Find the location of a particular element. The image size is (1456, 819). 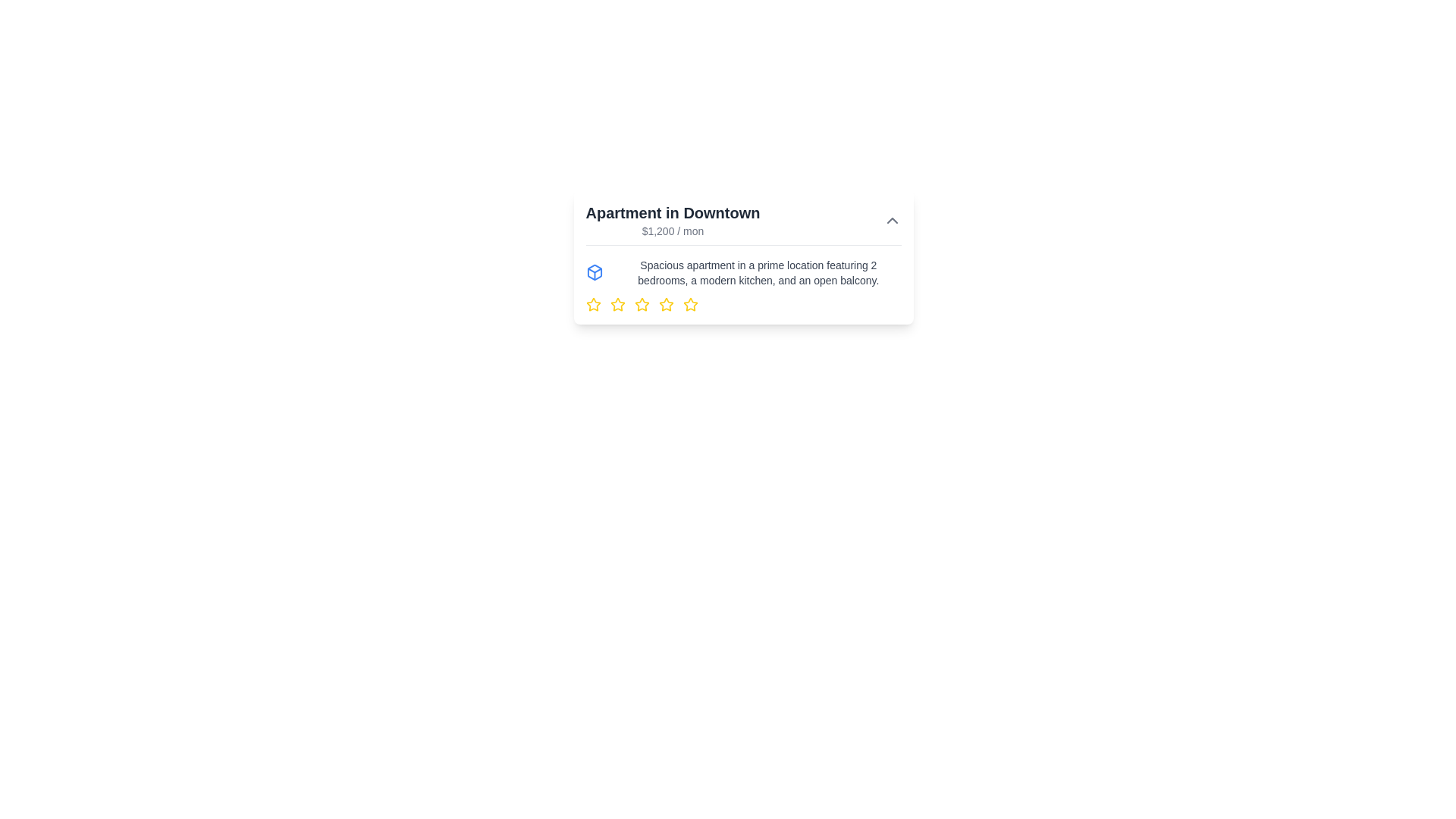

the blue 3D box-shaped SVG graphic icon located to the left of the apartment listing description is located at coordinates (594, 271).